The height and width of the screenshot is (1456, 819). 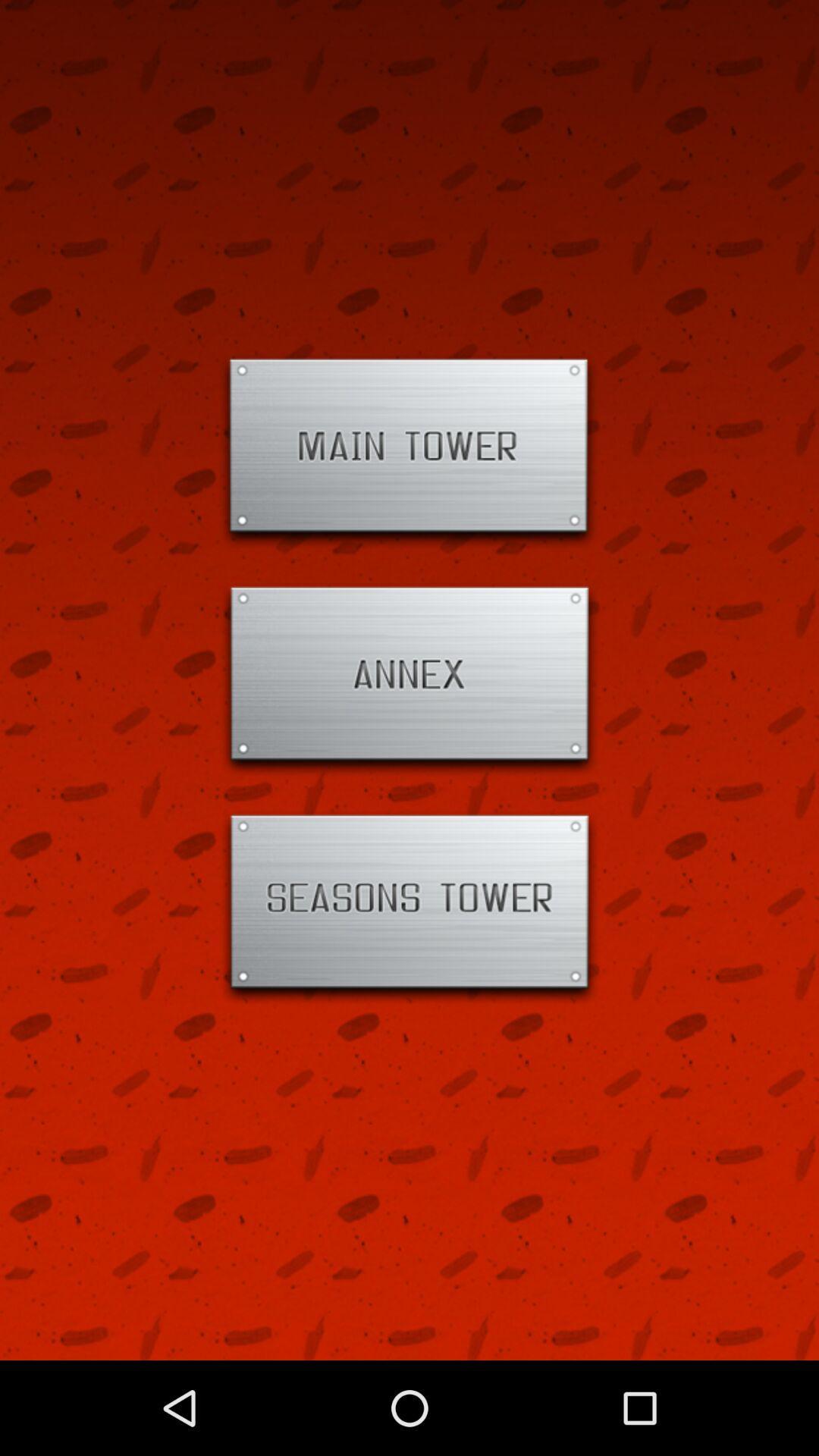 I want to click on open selected item, so click(x=409, y=908).